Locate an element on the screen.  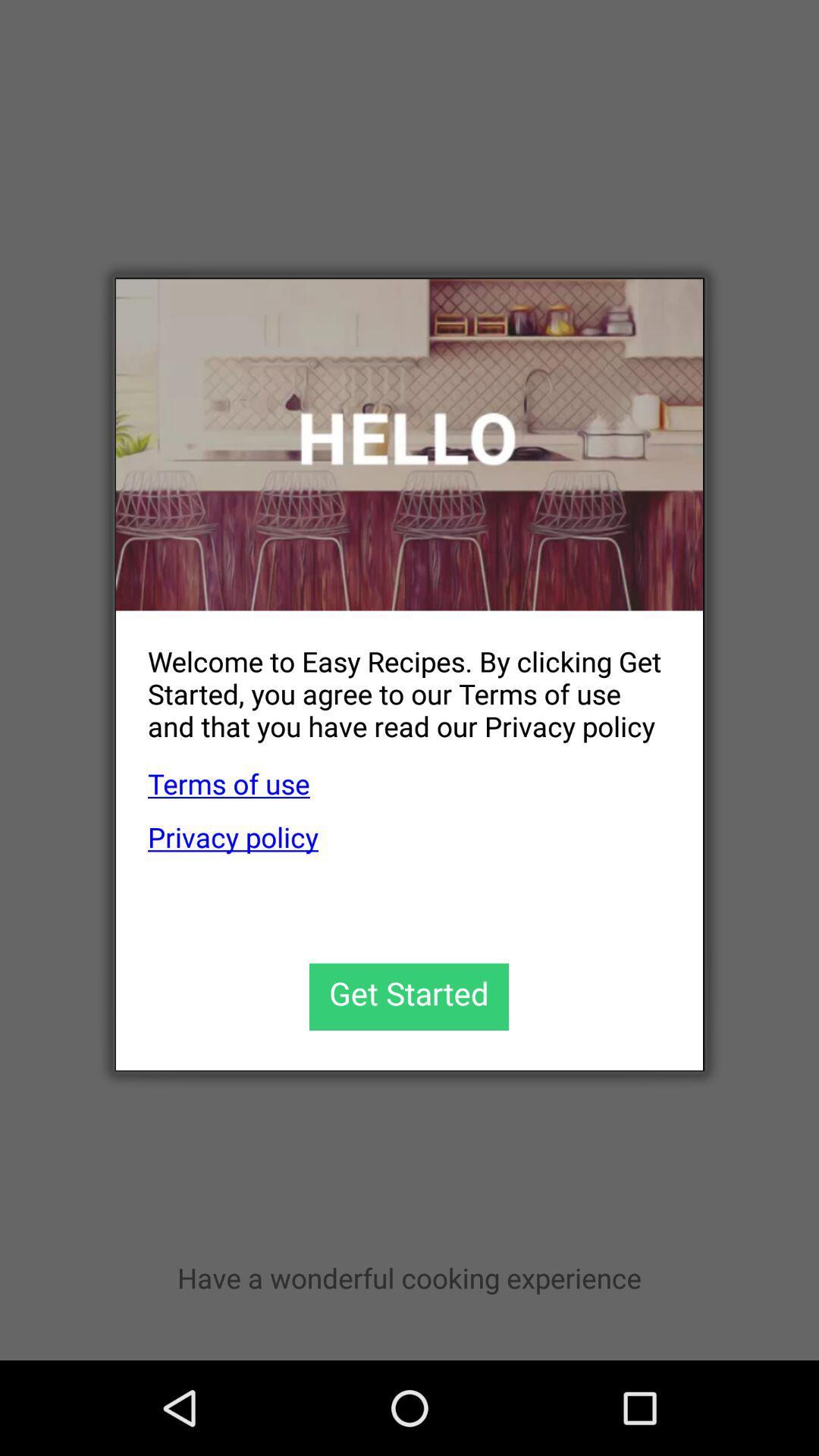
item above the welcome to easy is located at coordinates (409, 444).